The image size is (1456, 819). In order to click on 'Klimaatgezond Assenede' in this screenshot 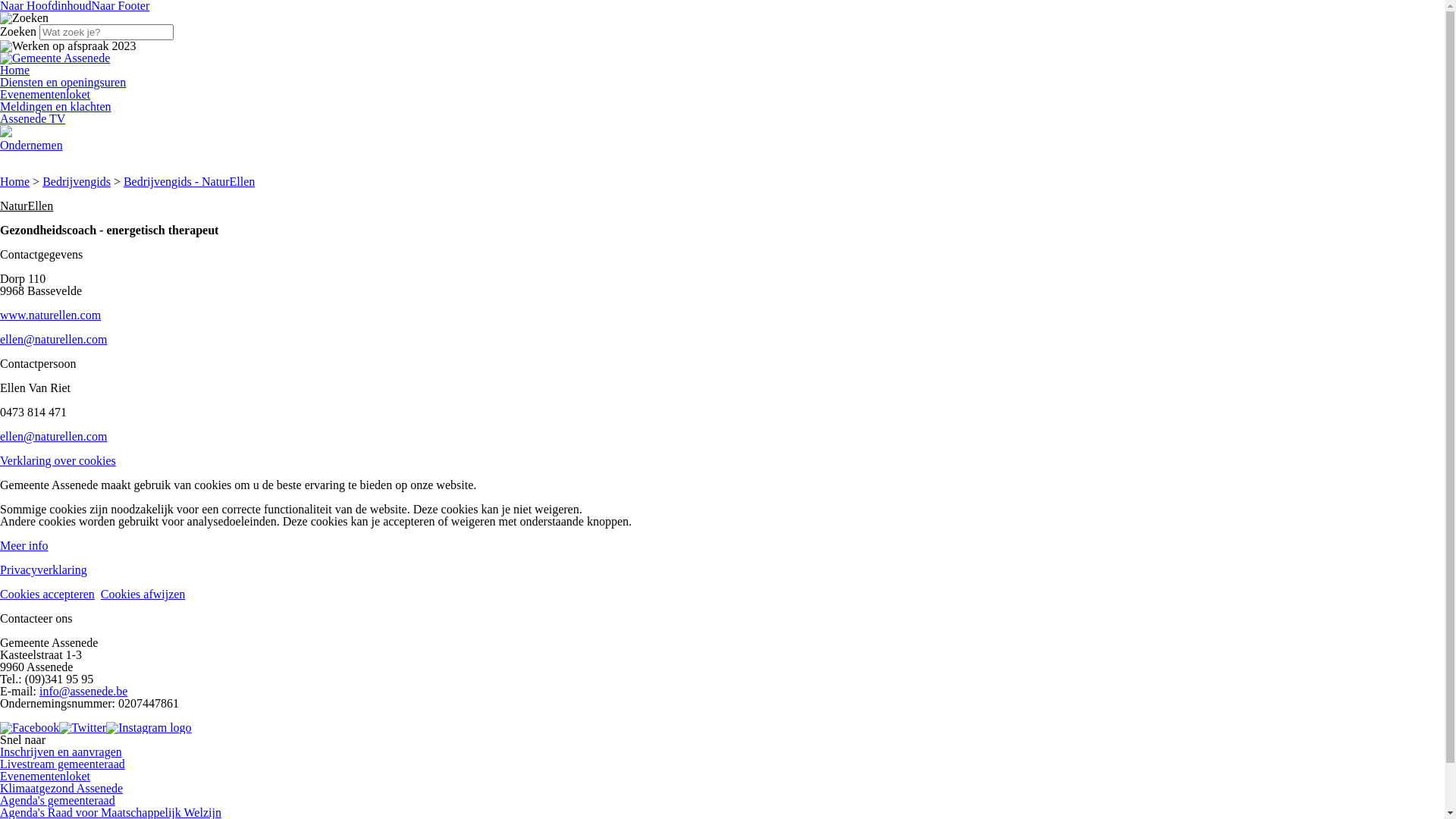, I will do `click(61, 787)`.